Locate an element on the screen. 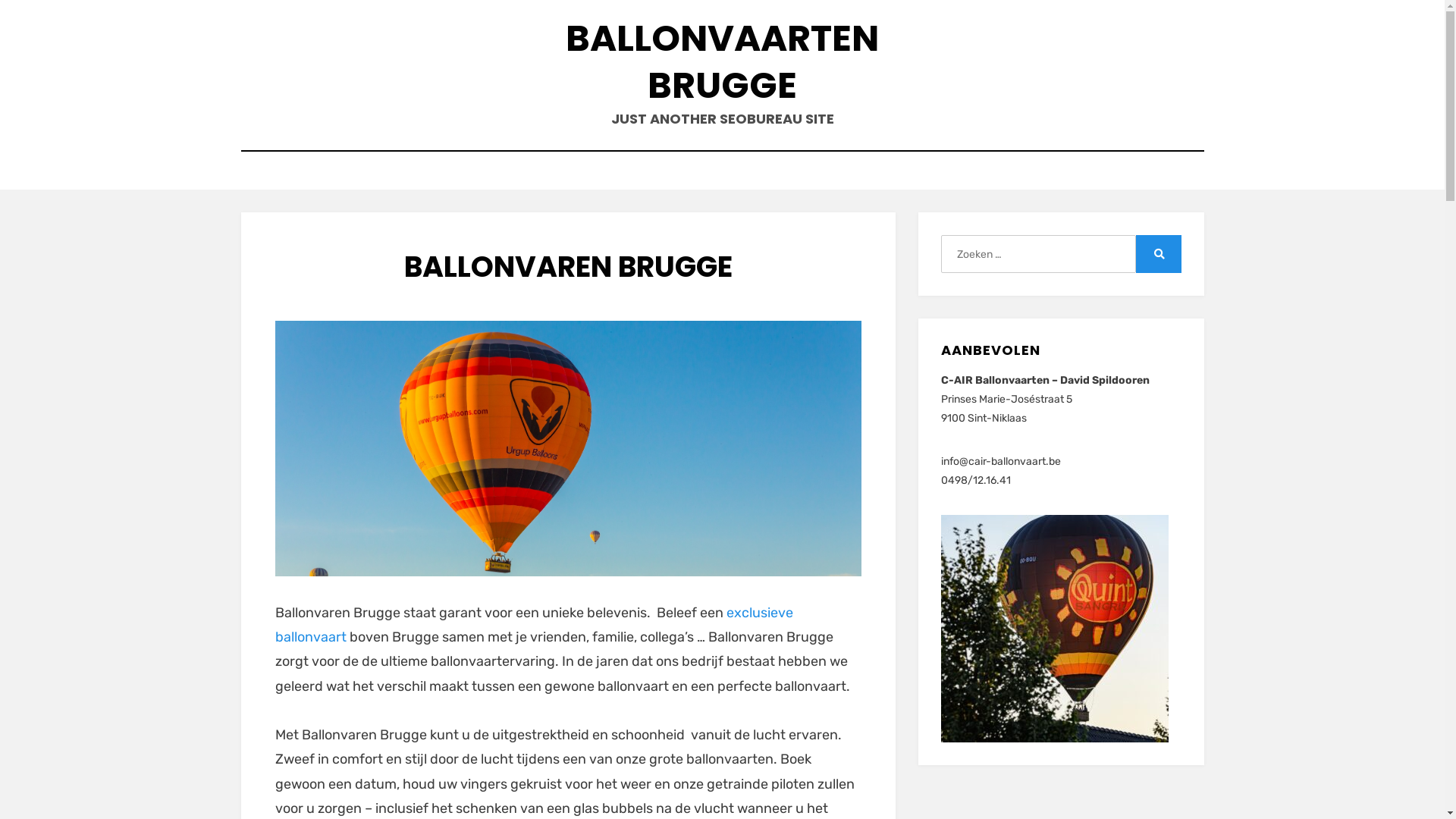 This screenshot has height=819, width=1456. '0498/12.16.41' is located at coordinates (975, 480).